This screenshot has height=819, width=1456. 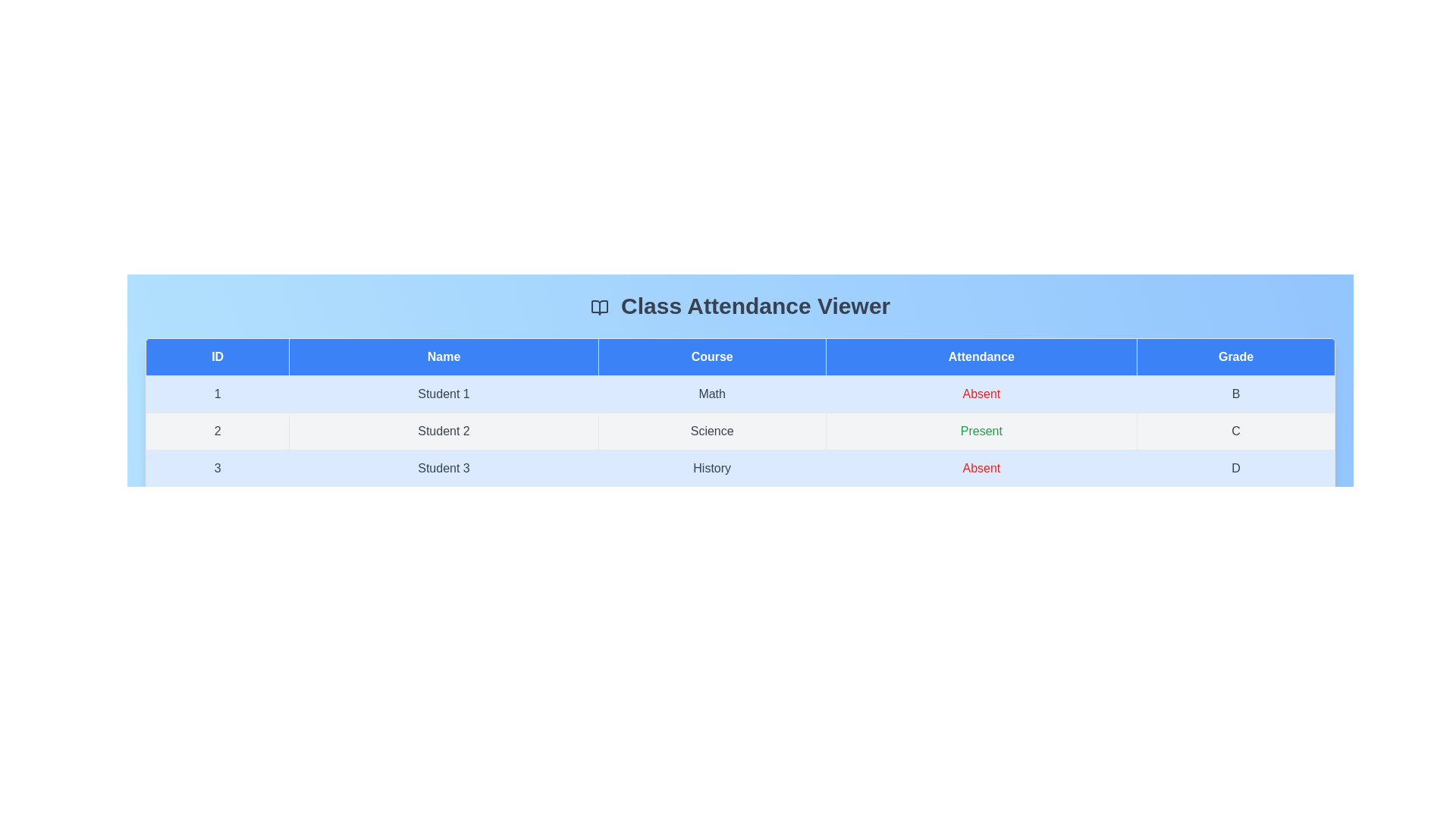 I want to click on the header icon to inspect additional actions or information, so click(x=598, y=307).